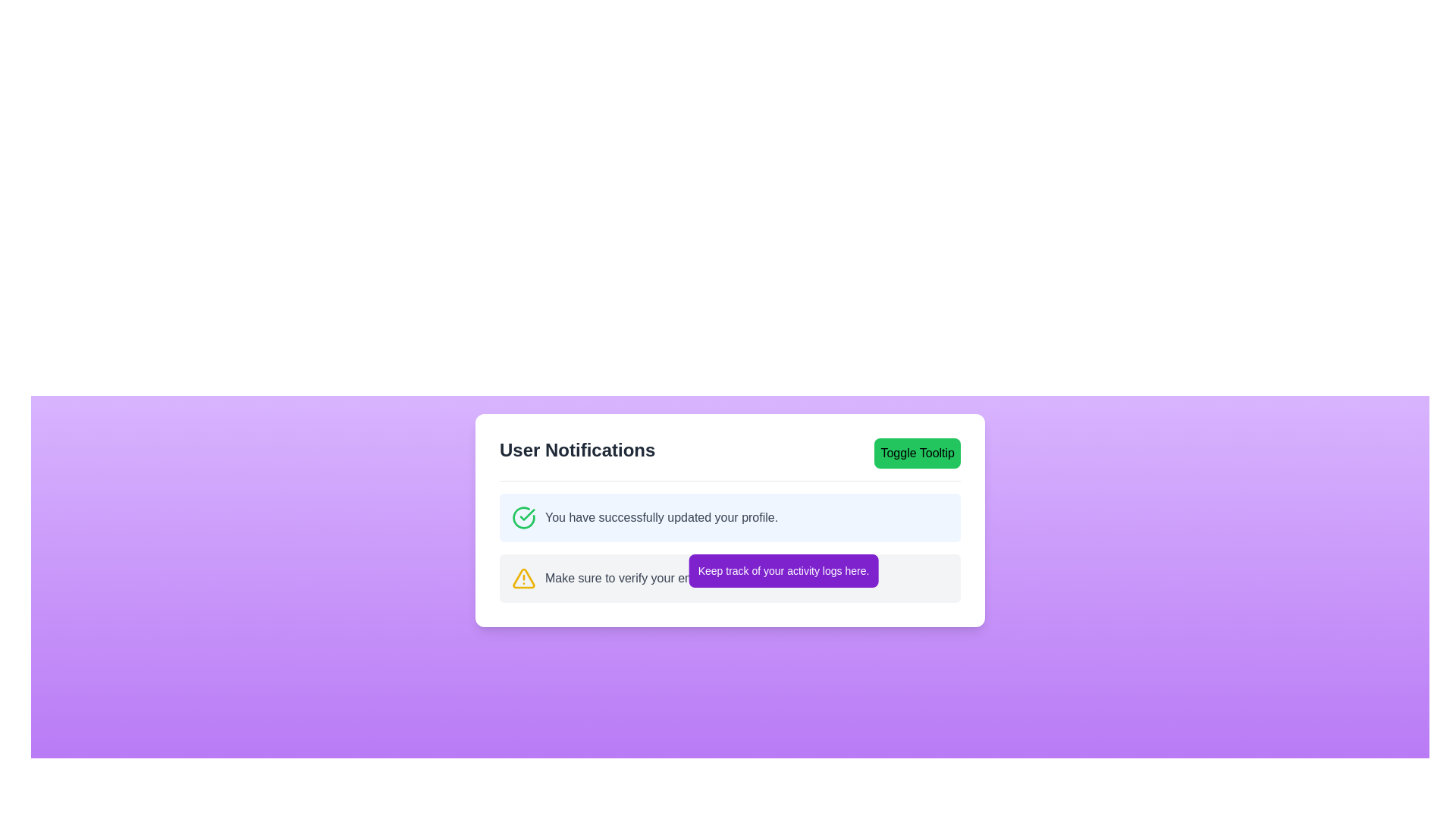  Describe the element at coordinates (730, 579) in the screenshot. I see `the tooltip associated with the 'Make sure to verify your email address.' message, located in the notification section of the interface` at that location.